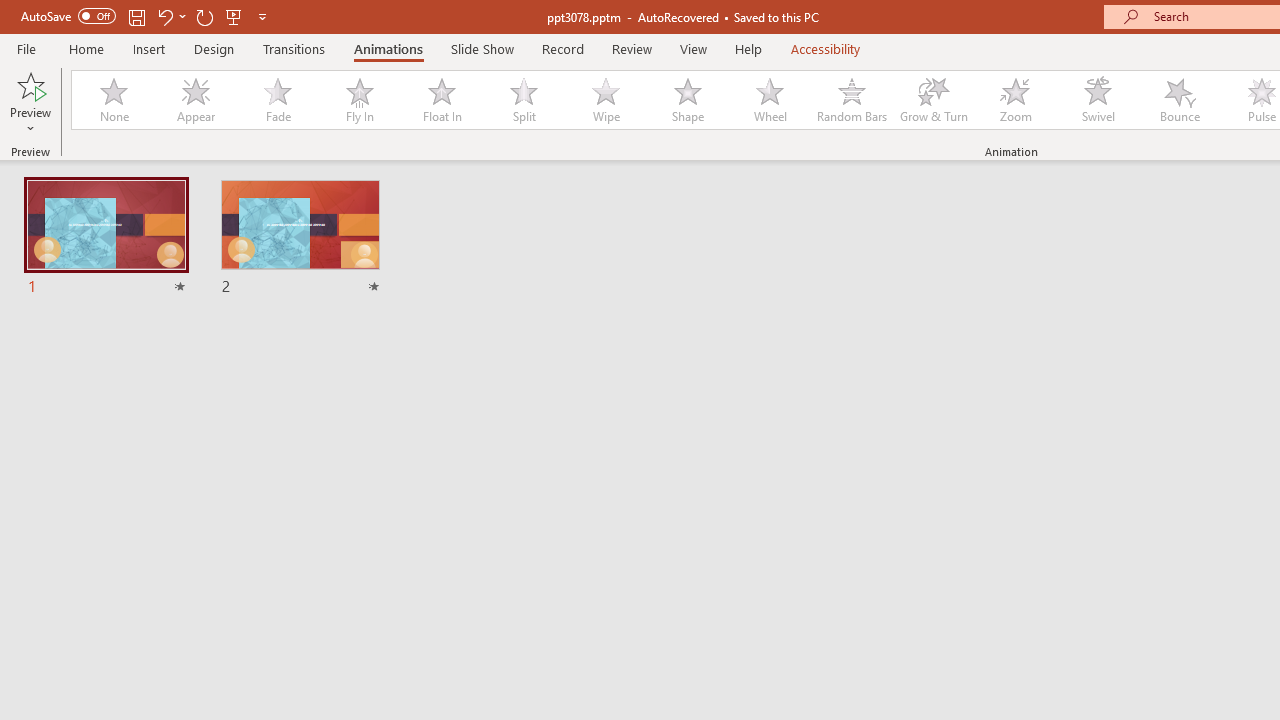 The image size is (1280, 720). What do you see at coordinates (693, 48) in the screenshot?
I see `'View'` at bounding box center [693, 48].